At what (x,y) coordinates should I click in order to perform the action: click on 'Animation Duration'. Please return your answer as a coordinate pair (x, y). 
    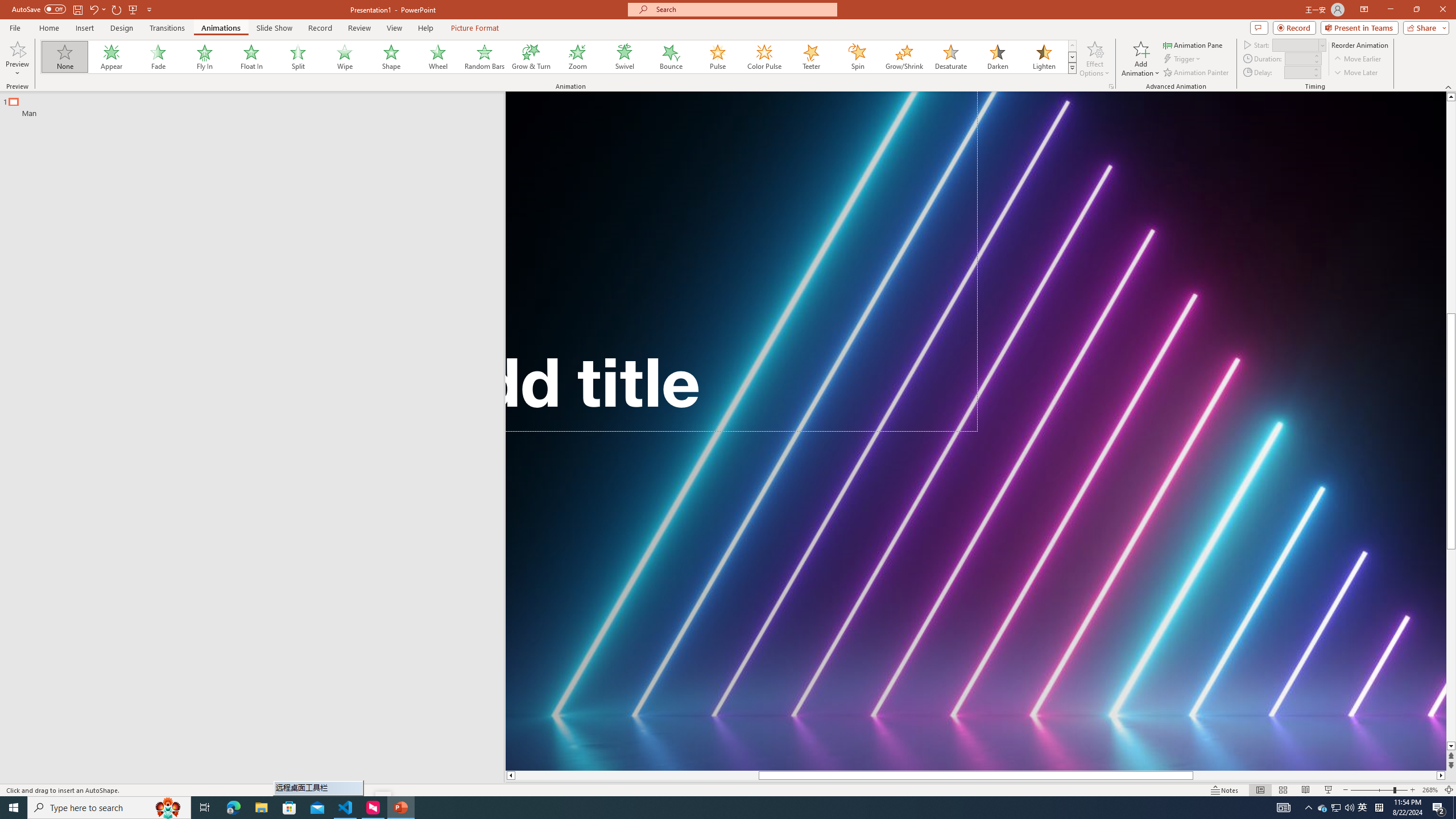
    Looking at the image, I should click on (1298, 58).